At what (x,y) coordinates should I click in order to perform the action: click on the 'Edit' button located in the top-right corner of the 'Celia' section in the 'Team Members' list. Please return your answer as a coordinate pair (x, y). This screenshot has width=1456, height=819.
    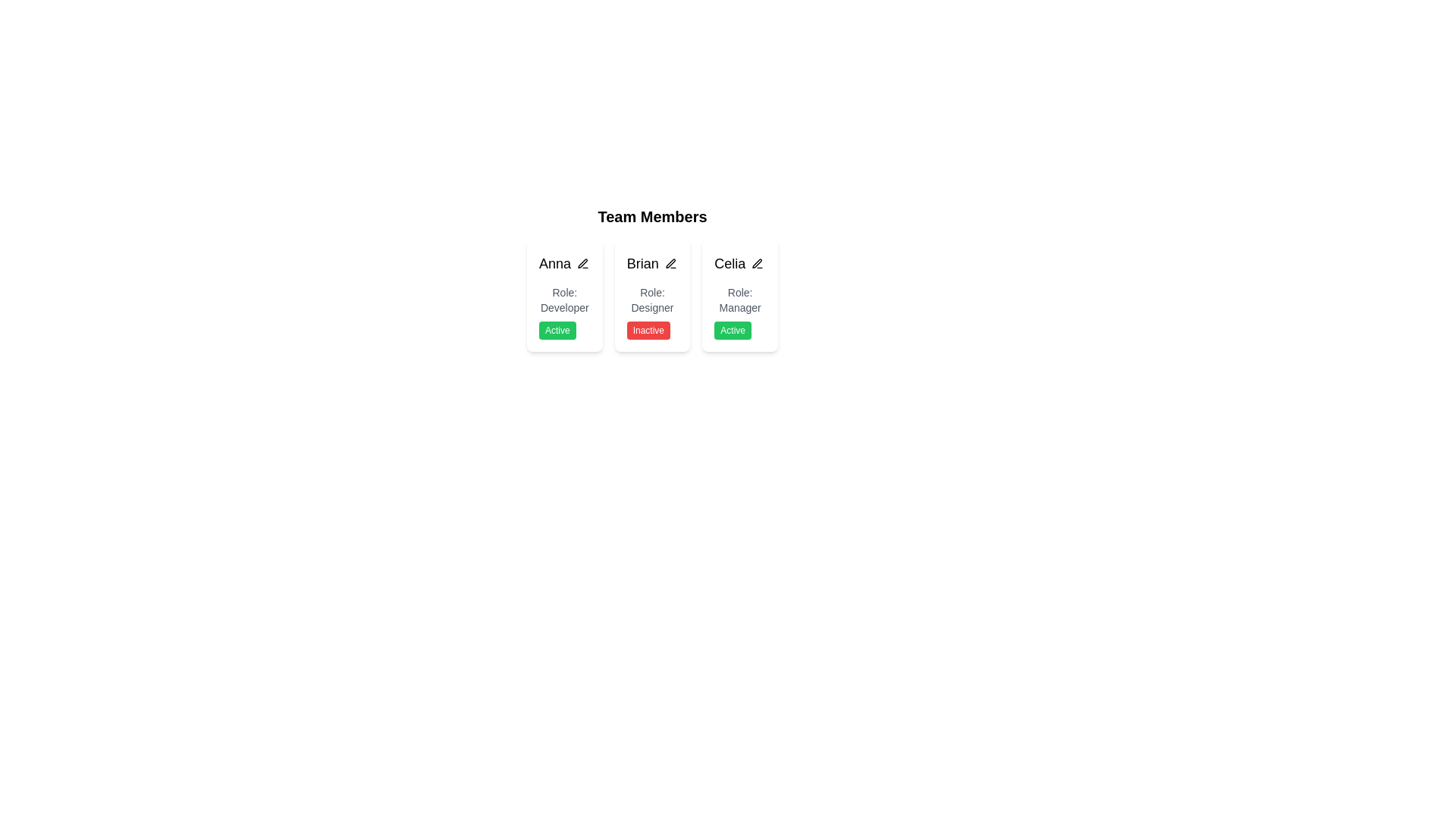
    Looking at the image, I should click on (758, 262).